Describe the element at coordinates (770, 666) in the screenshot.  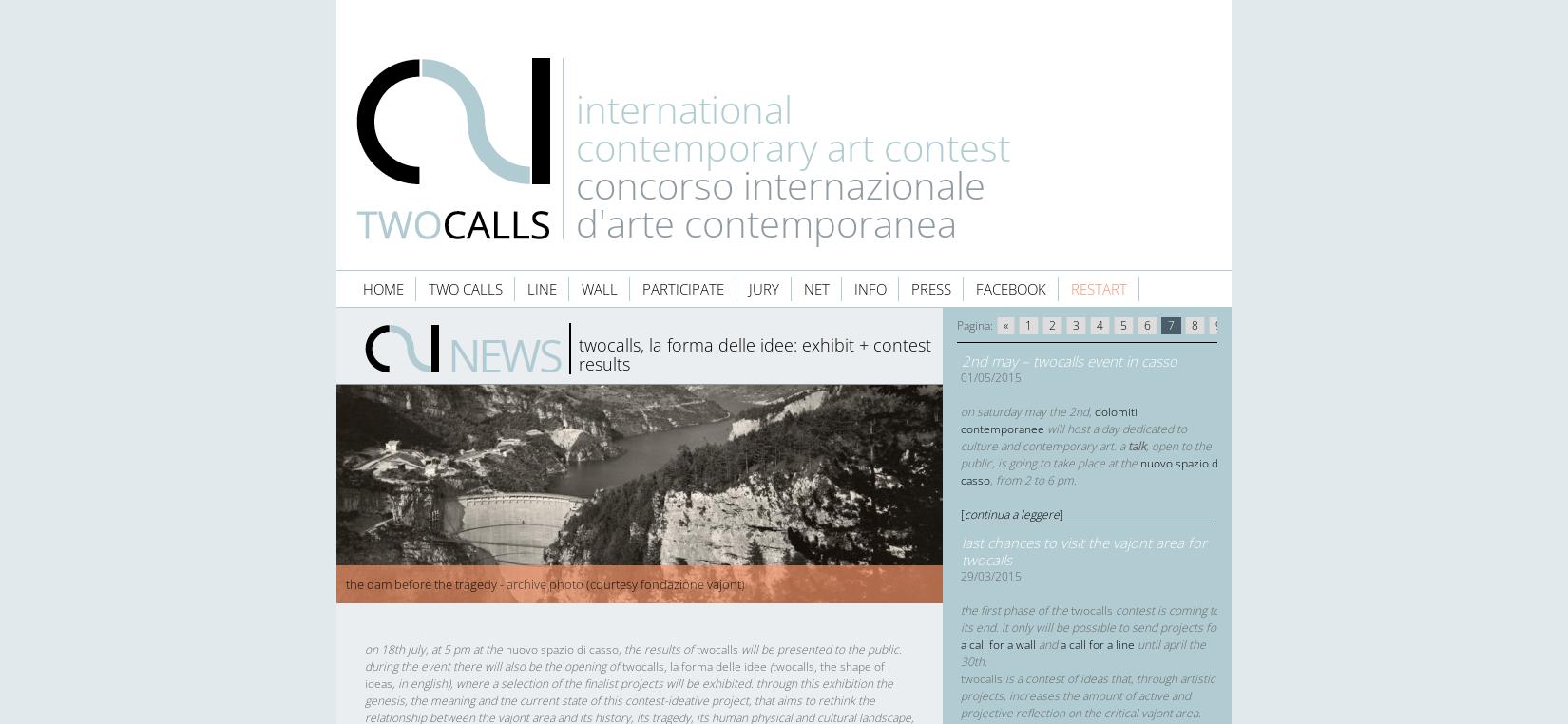
I see `'('` at that location.